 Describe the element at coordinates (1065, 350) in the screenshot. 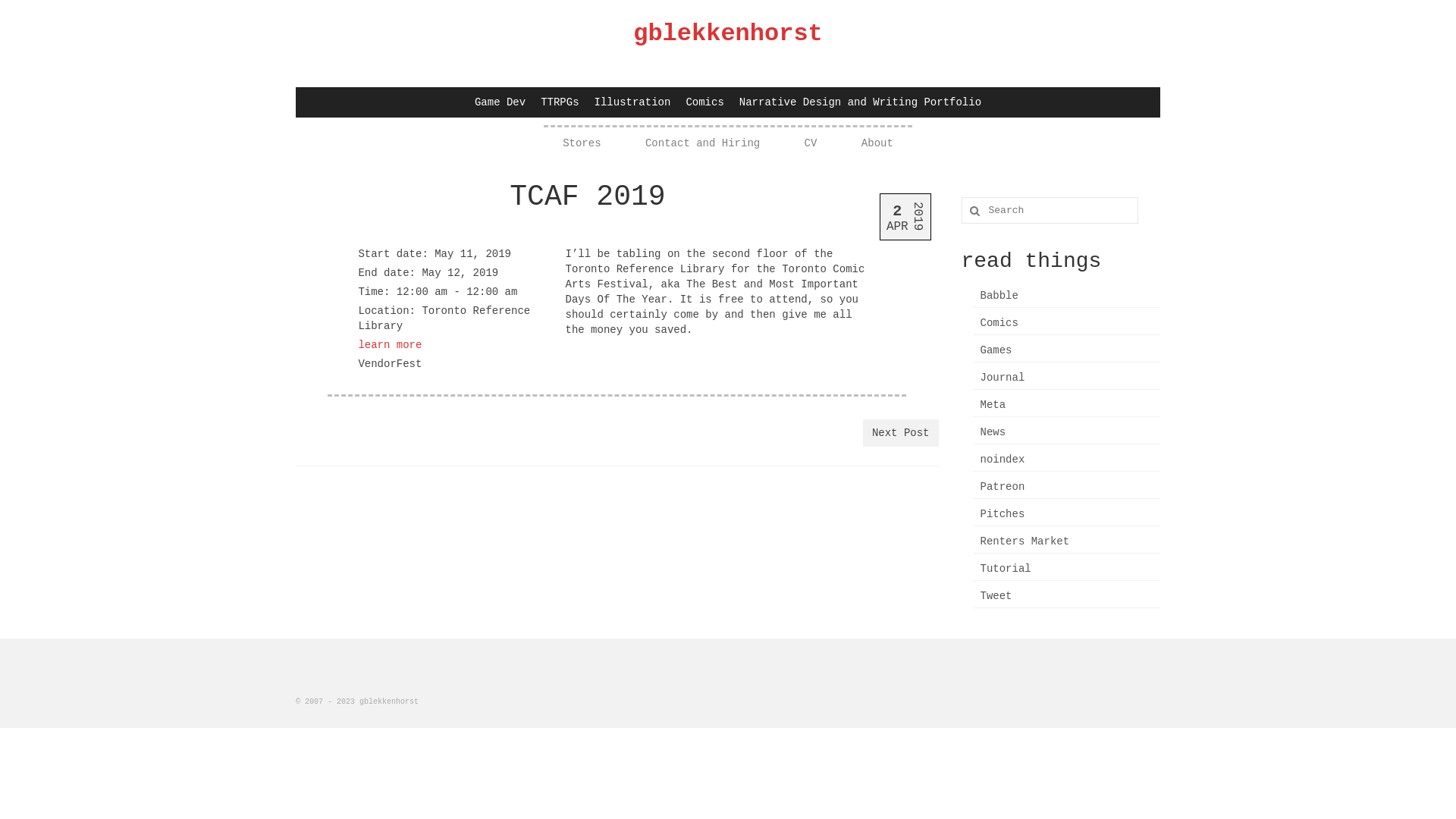

I see `'Games'` at that location.